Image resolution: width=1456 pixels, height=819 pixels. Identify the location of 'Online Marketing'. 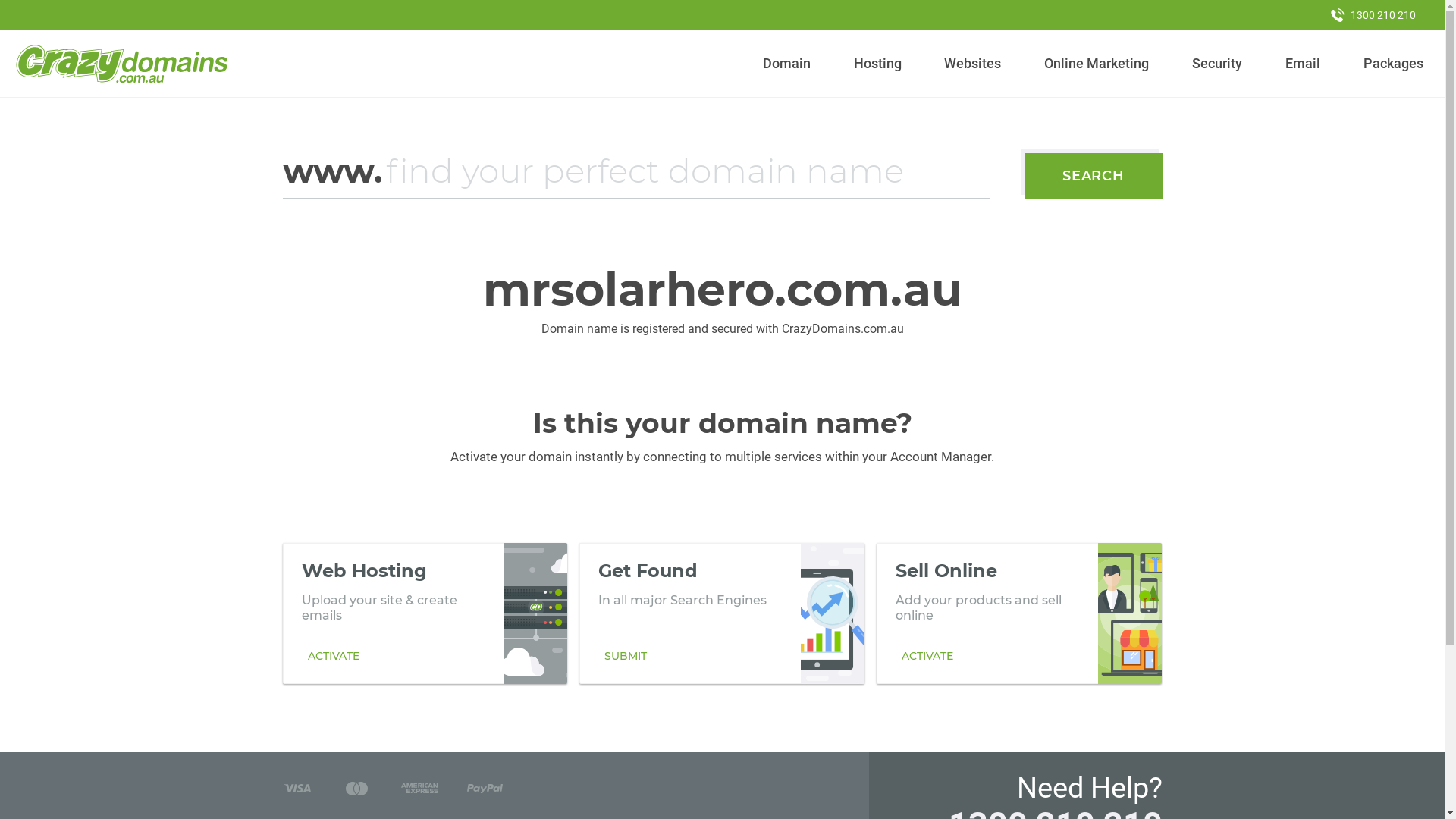
(1097, 63).